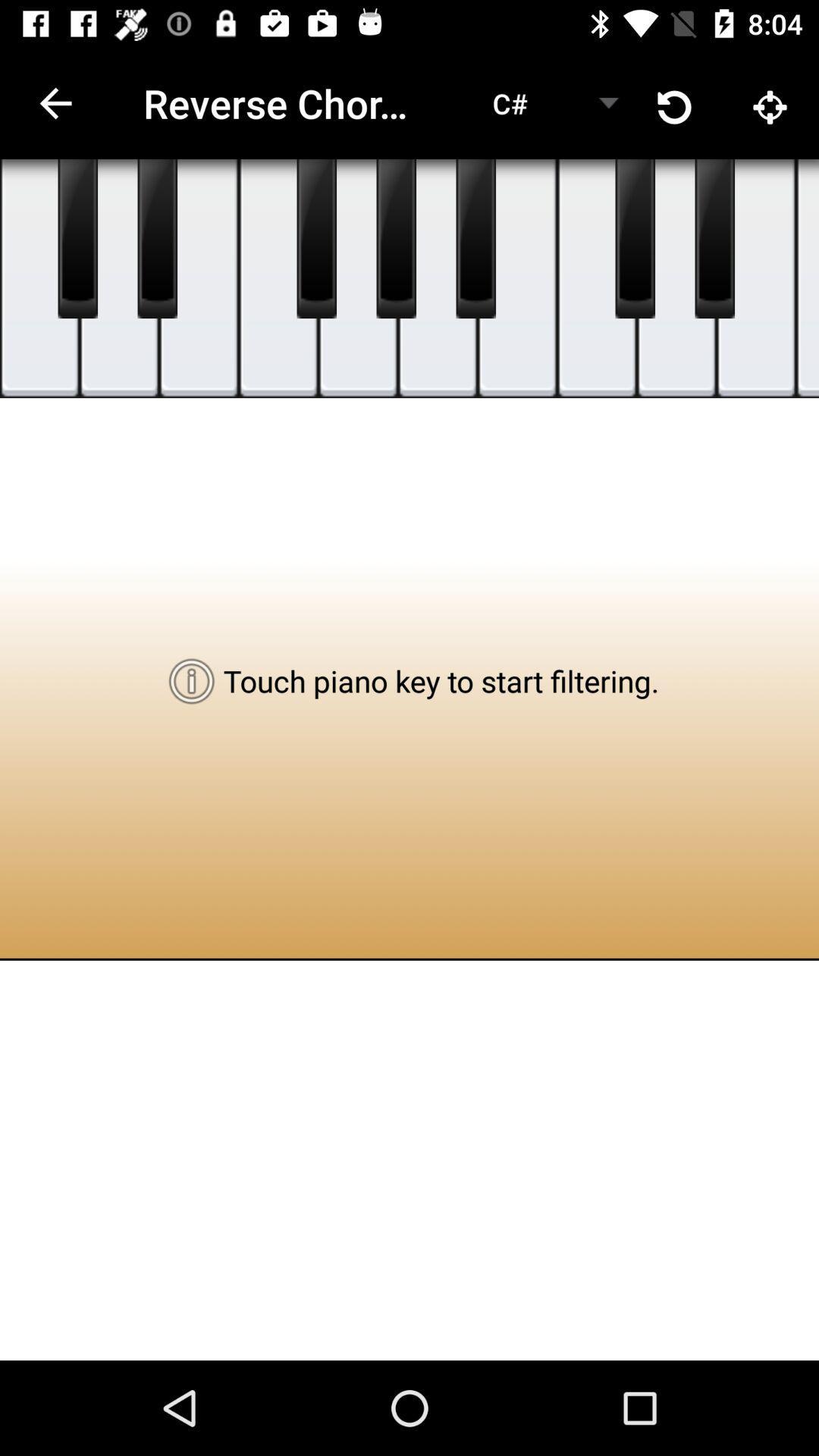  Describe the element at coordinates (157, 238) in the screenshot. I see `piano key` at that location.